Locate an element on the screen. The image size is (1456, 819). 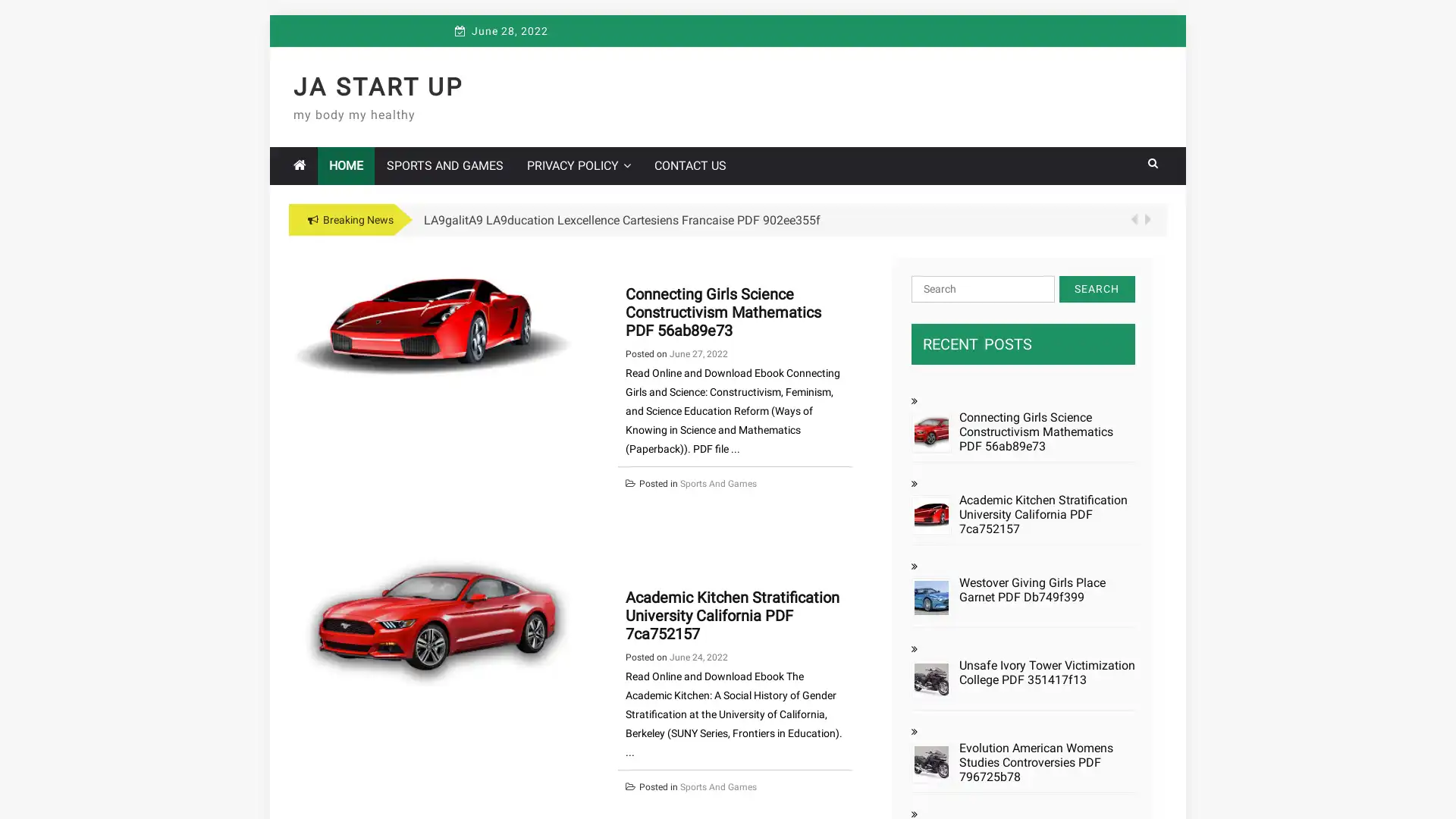
Search is located at coordinates (1096, 288).